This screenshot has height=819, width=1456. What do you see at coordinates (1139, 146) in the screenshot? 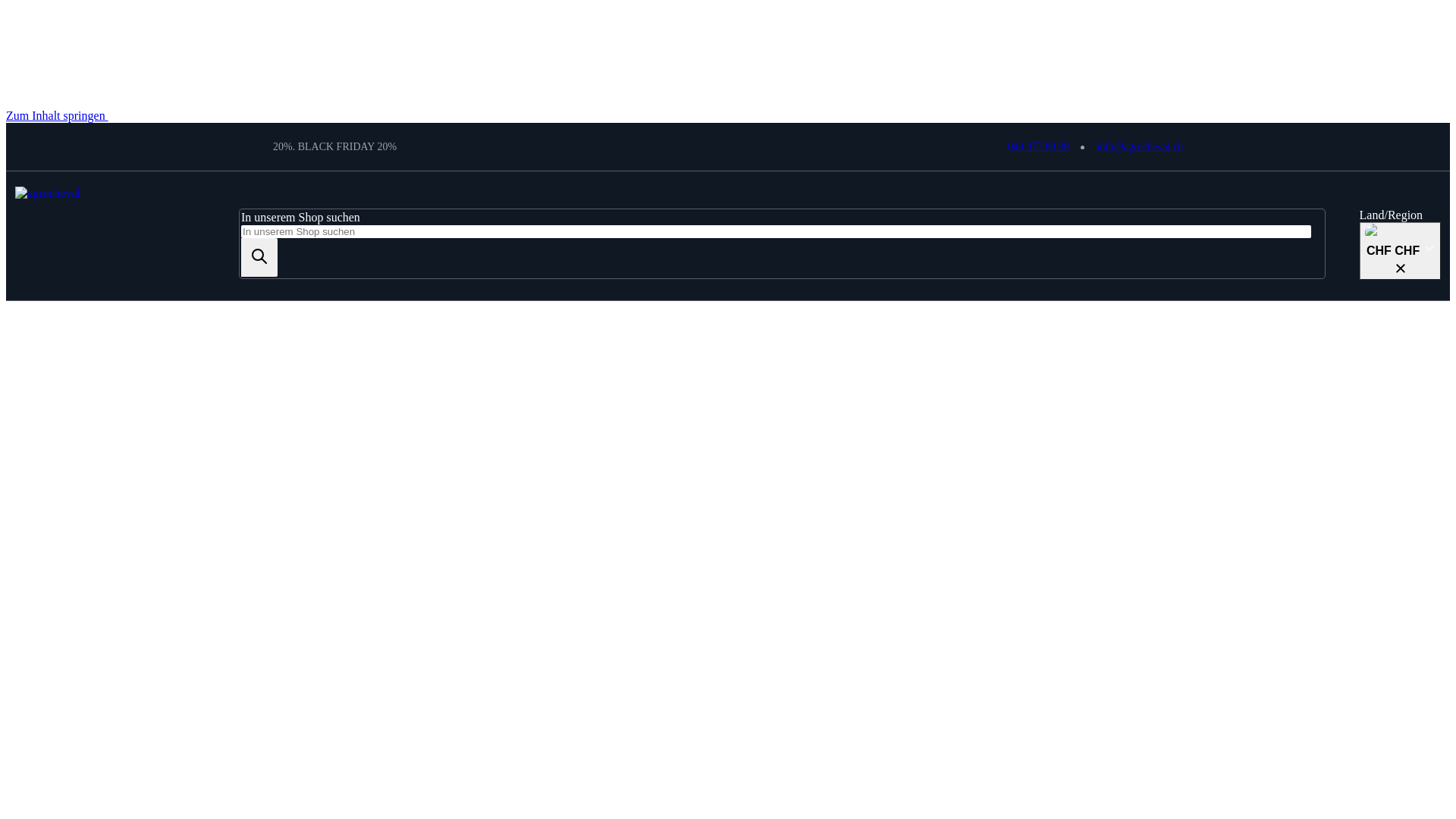
I see `'info@agrocheval.ch'` at bounding box center [1139, 146].